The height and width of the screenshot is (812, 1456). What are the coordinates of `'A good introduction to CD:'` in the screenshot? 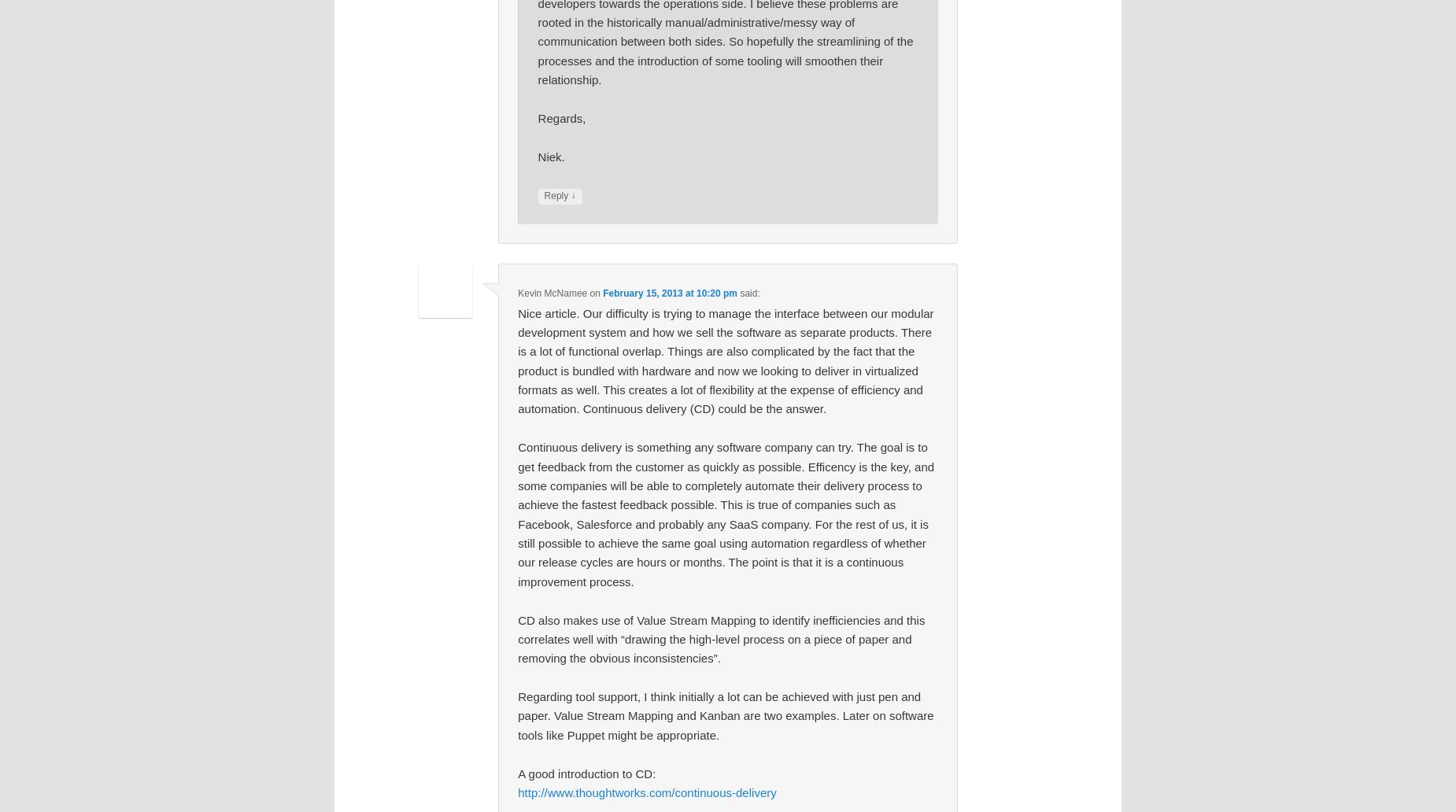 It's located at (518, 772).